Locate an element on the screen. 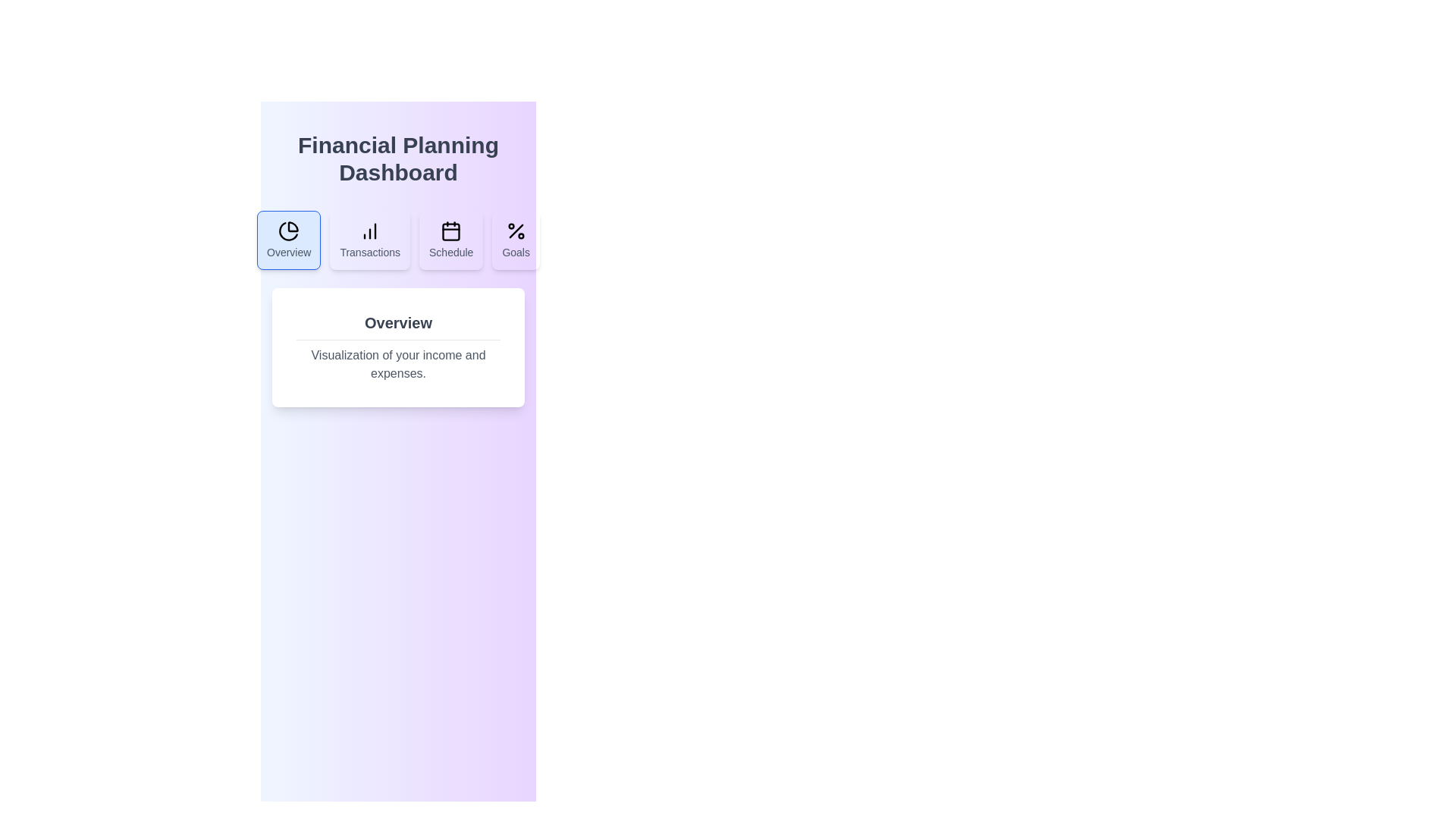  'Overview' text label located beneath the pie chart icon within the first card of a horizontally aligned group of cards is located at coordinates (289, 251).